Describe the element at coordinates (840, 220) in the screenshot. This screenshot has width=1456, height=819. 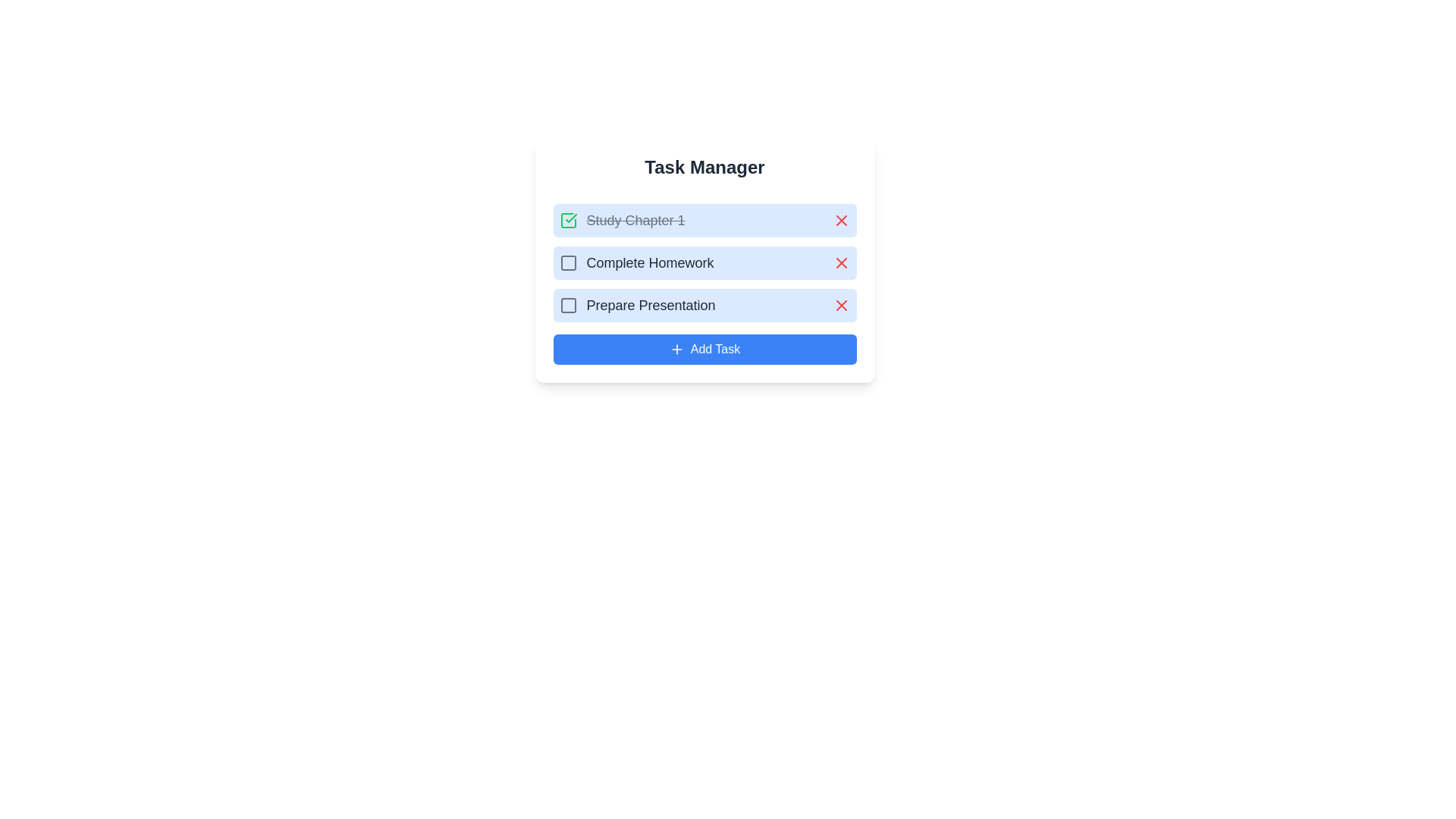
I see `the red cross icon Delete Button located at the end of the row corresponding to 'Study Chapter 1' in the task list` at that location.